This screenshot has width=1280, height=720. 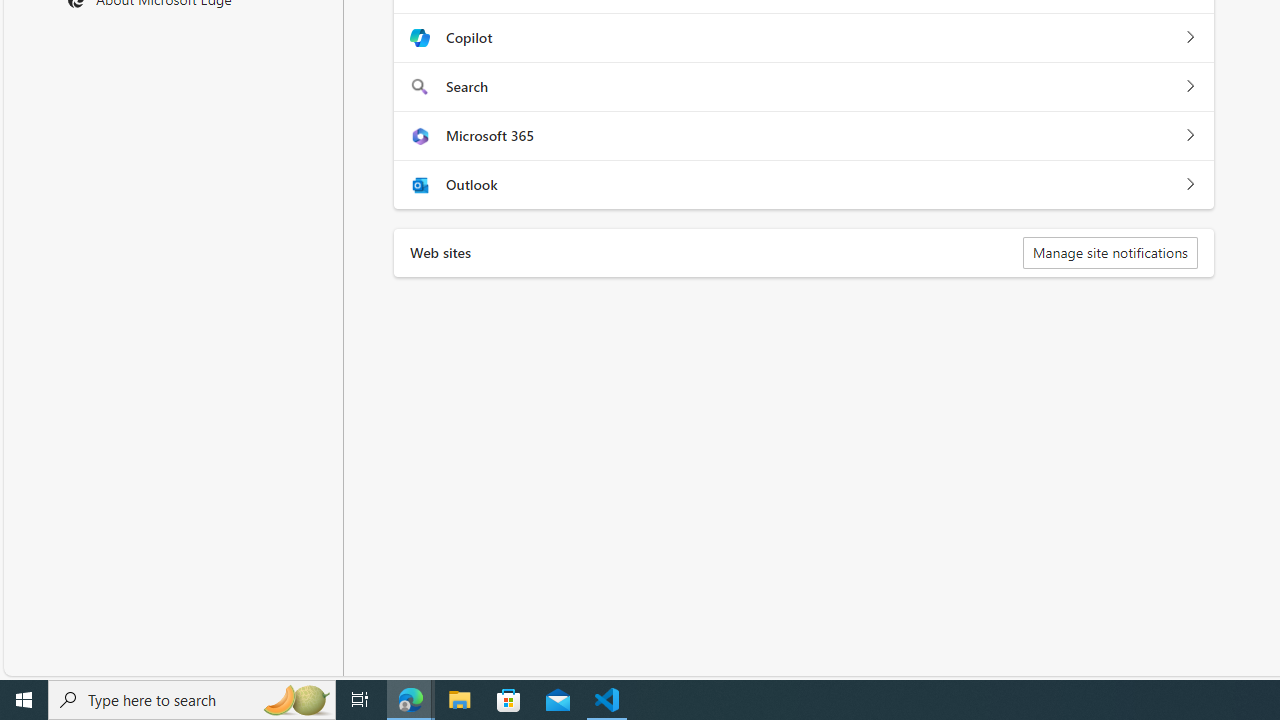 What do you see at coordinates (1108, 252) in the screenshot?
I see `'Manage site notifications'` at bounding box center [1108, 252].